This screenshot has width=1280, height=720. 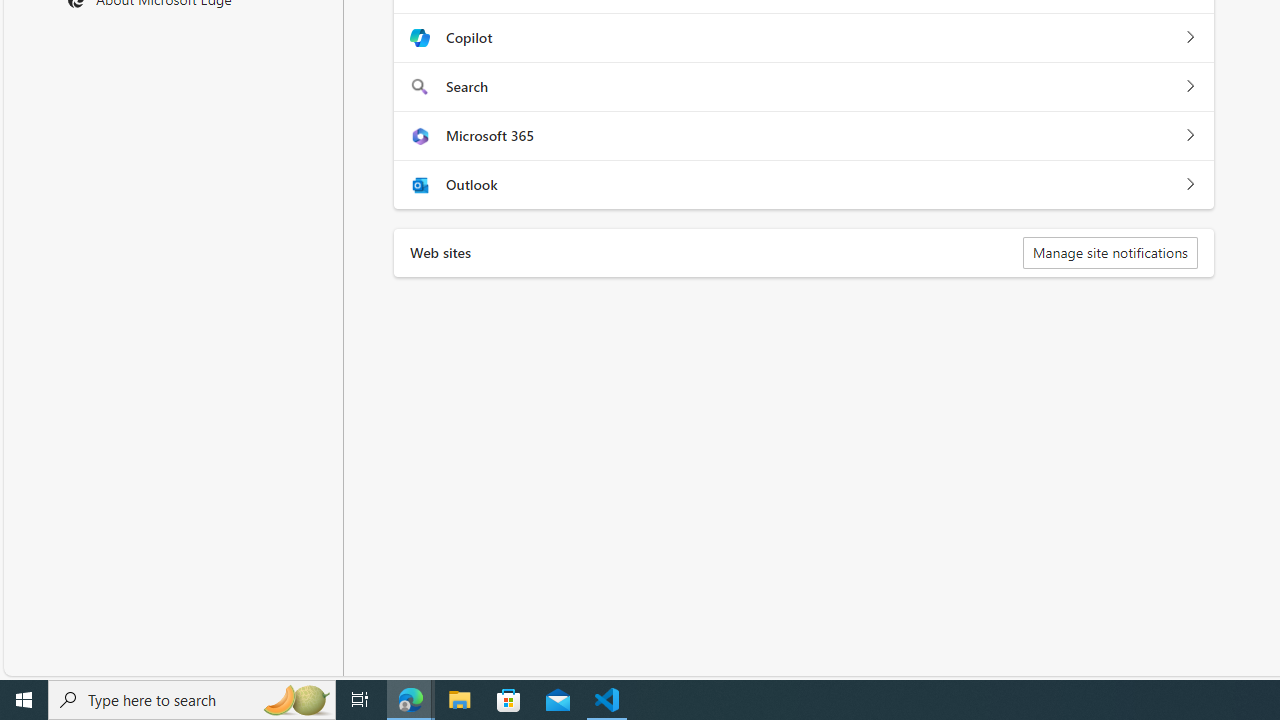 What do you see at coordinates (1108, 252) in the screenshot?
I see `'Manage site notifications'` at bounding box center [1108, 252].